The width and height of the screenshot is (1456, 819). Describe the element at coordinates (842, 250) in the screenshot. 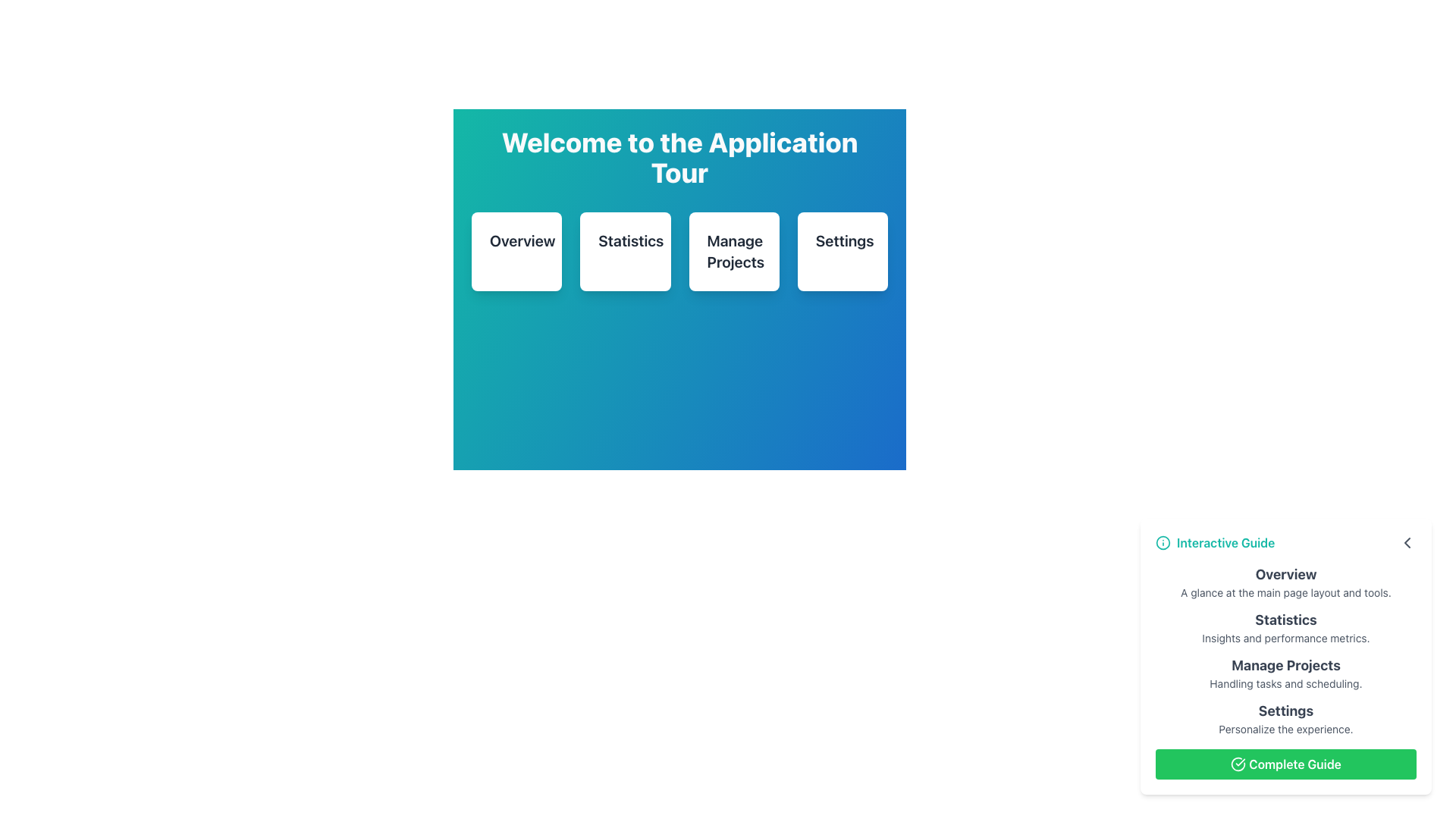

I see `the 'Settings' button, which is a rectangular white box with rounded corners and bold dark gray text` at that location.